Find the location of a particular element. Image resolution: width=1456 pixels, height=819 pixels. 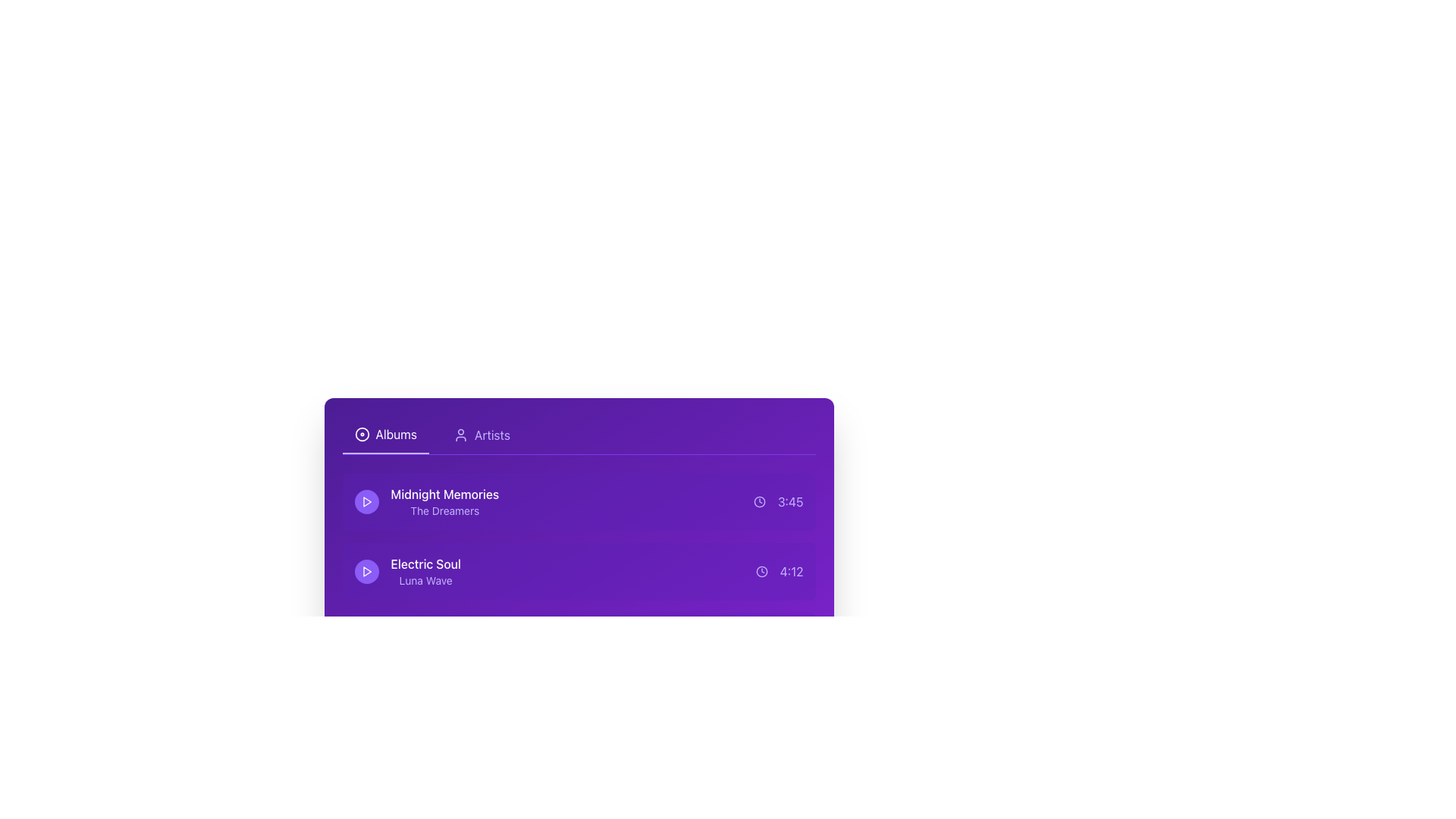

the circular play button with a purple background and a white play icon, located to the left of 'Electric Soul' and 'Luna Wave', to play the associated media is located at coordinates (366, 571).